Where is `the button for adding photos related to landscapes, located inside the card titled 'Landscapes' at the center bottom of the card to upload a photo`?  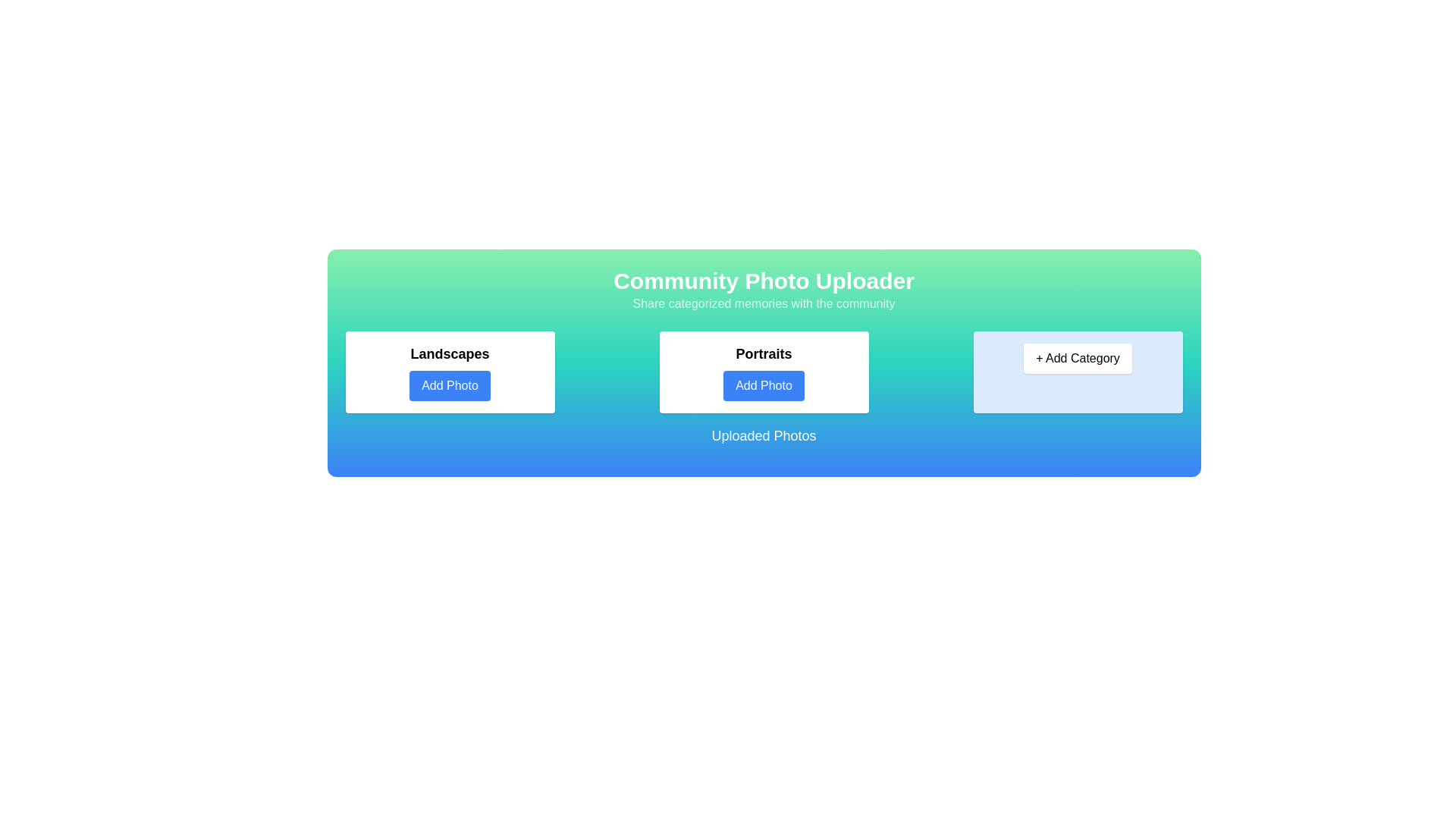
the button for adding photos related to landscapes, located inside the card titled 'Landscapes' at the center bottom of the card to upload a photo is located at coordinates (449, 385).